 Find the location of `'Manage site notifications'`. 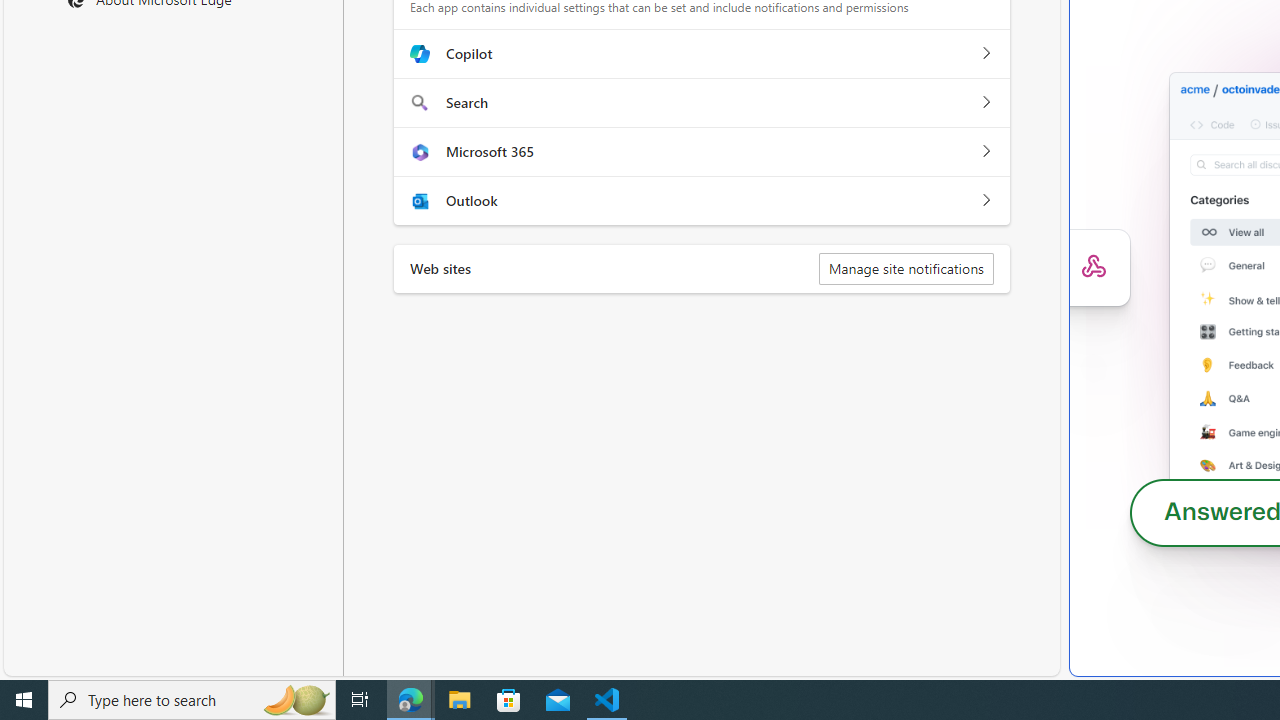

'Manage site notifications' is located at coordinates (905, 267).